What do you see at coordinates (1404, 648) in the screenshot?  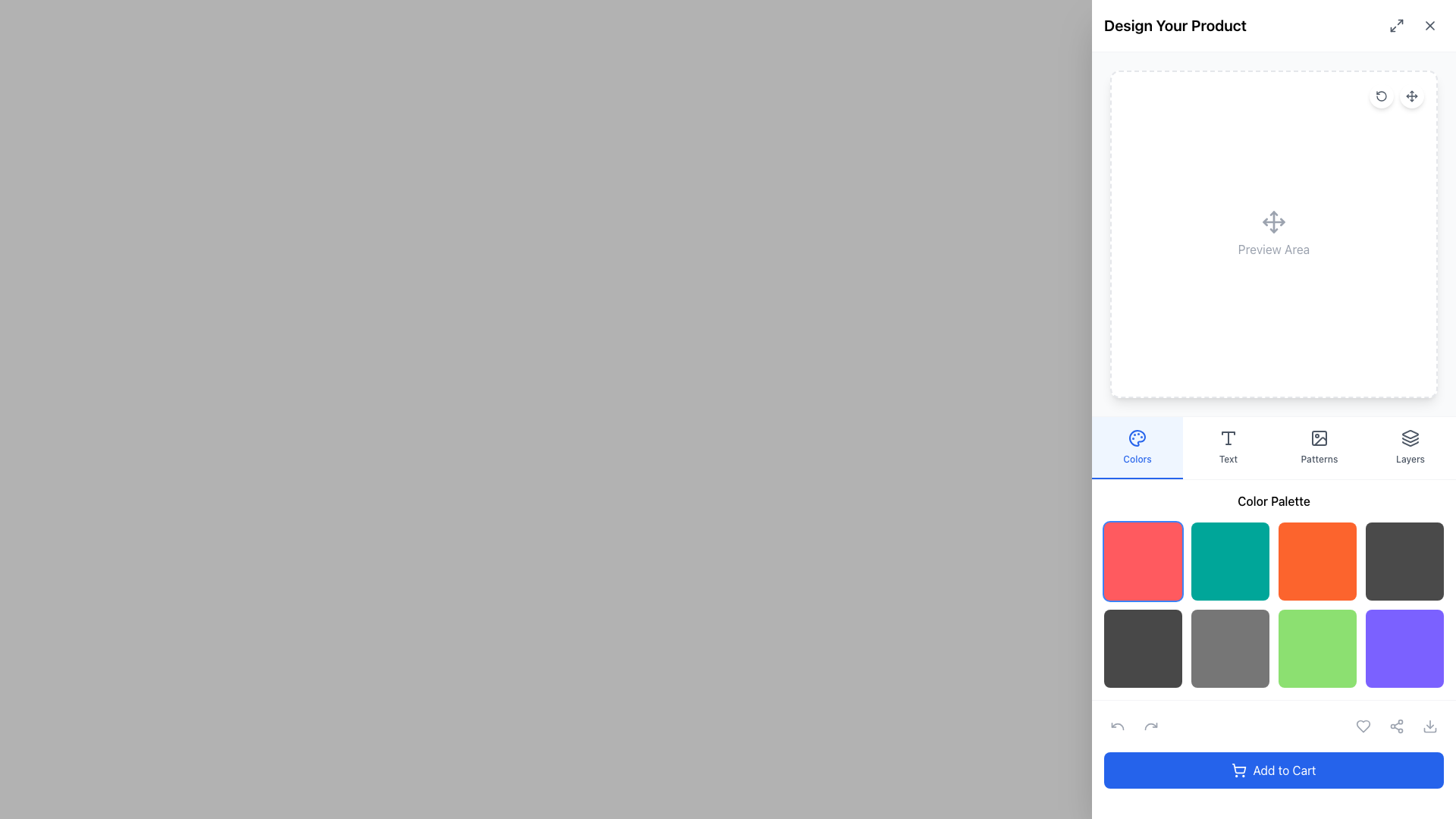 I see `the purple square button with rounded corners located in the bottom-right corner of the color palette grid` at bounding box center [1404, 648].